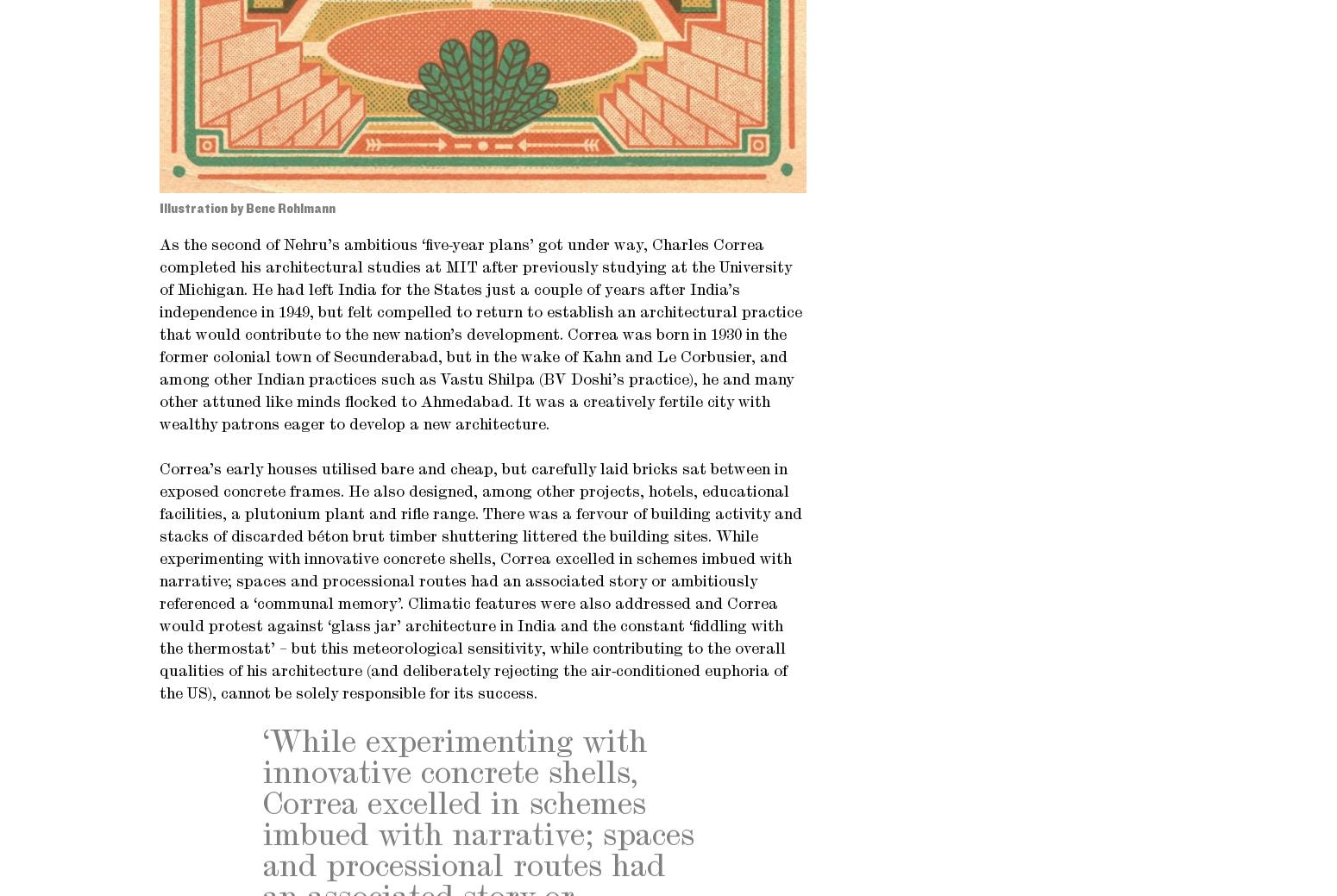  I want to click on 'Media pack', so click(195, 110).